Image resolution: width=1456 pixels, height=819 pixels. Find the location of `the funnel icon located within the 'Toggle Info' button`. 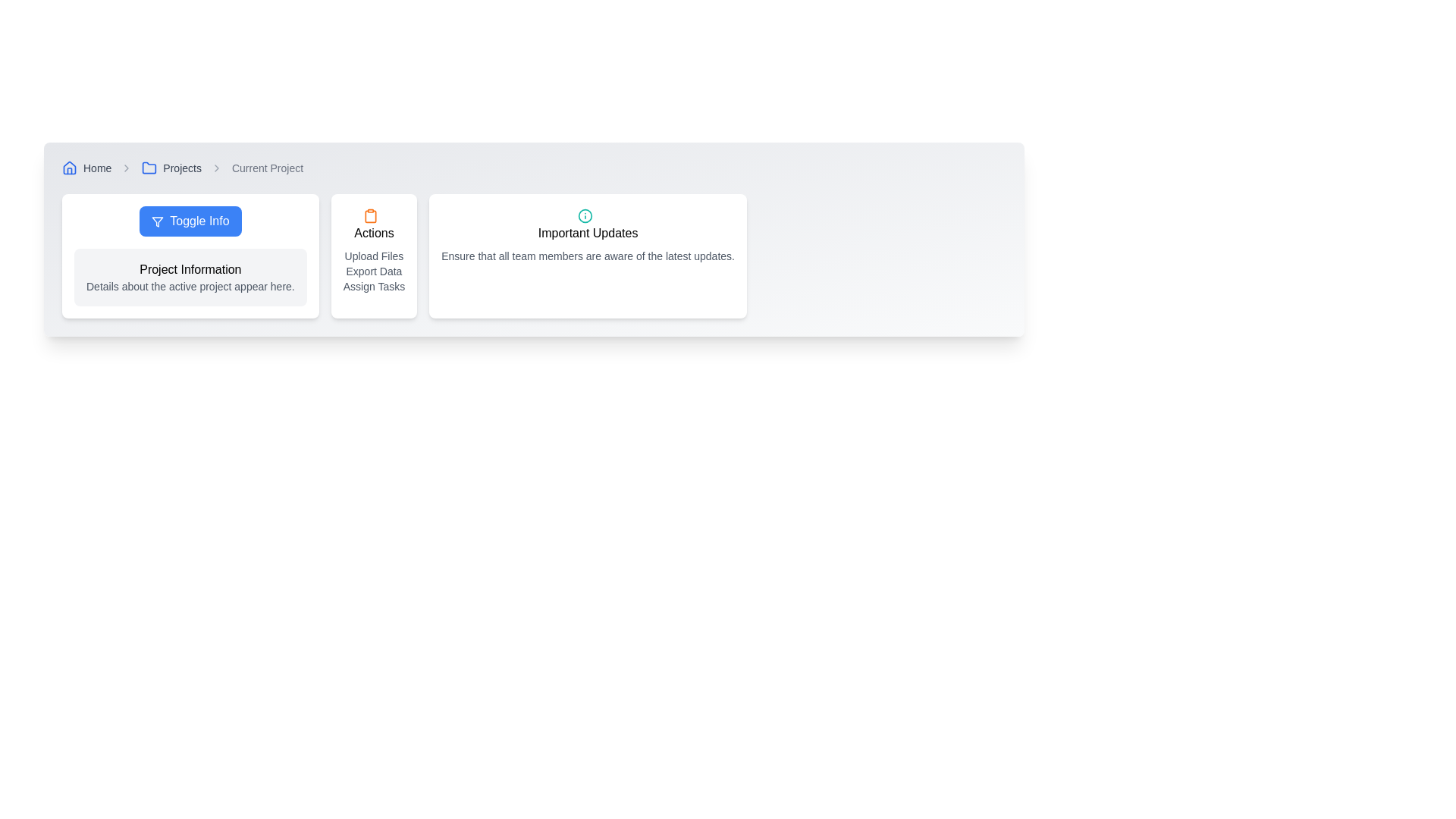

the funnel icon located within the 'Toggle Info' button is located at coordinates (158, 221).